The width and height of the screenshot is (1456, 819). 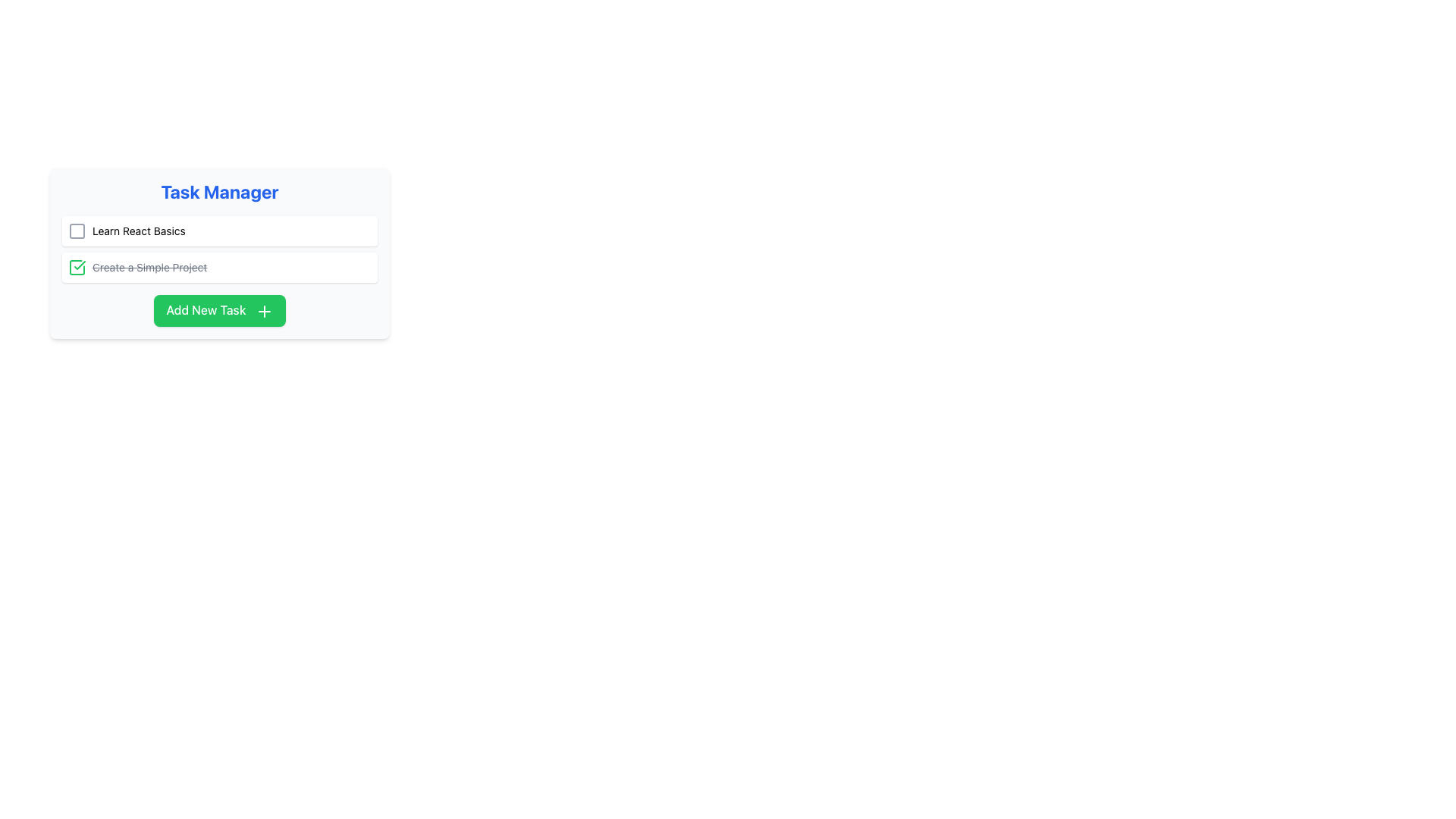 I want to click on the first task entry in the task management application, which is located above the 'Create a Simple Project' task item, so click(x=218, y=231).